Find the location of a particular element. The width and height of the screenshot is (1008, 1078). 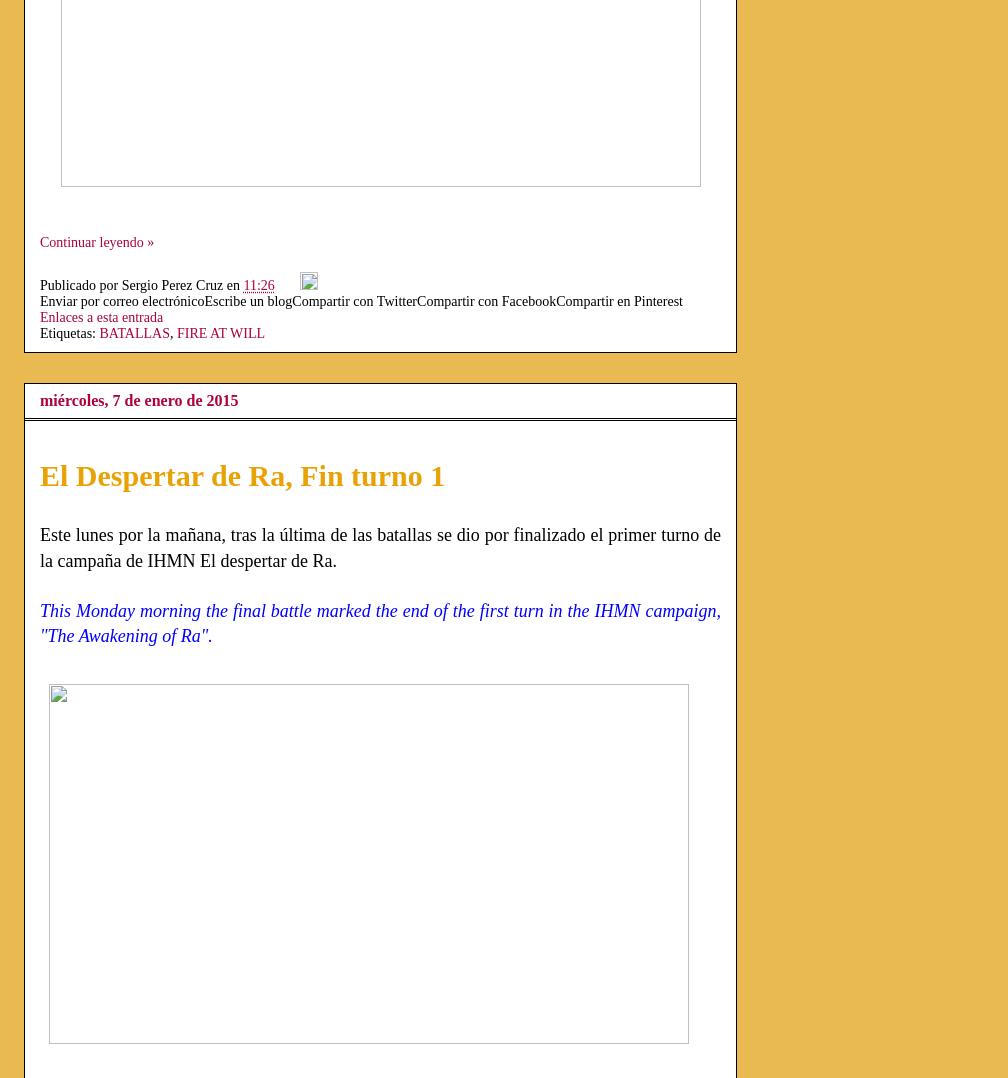

'Enviar por correo electrónico' is located at coordinates (40, 301).